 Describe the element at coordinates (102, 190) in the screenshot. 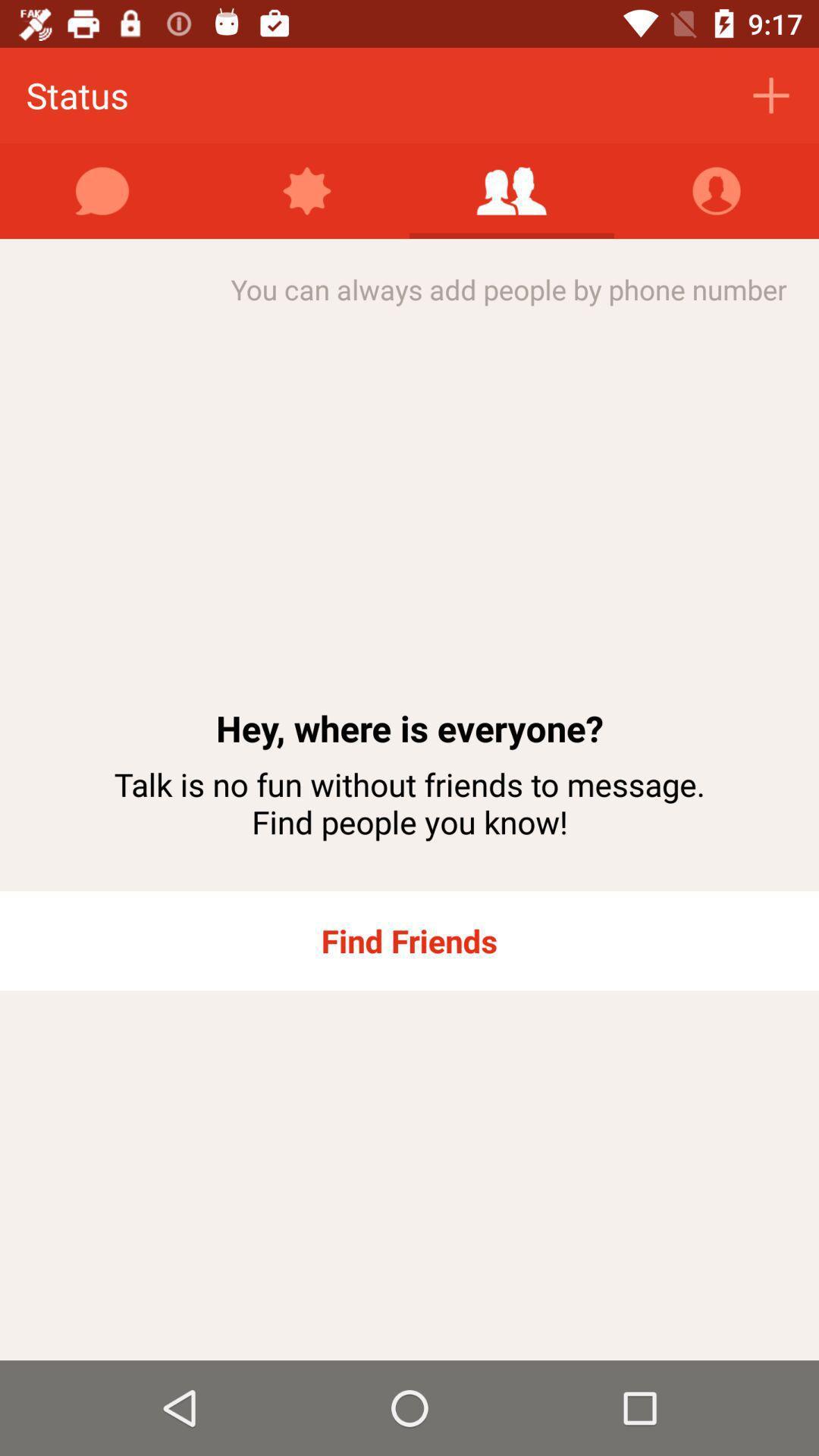

I see `write message` at that location.